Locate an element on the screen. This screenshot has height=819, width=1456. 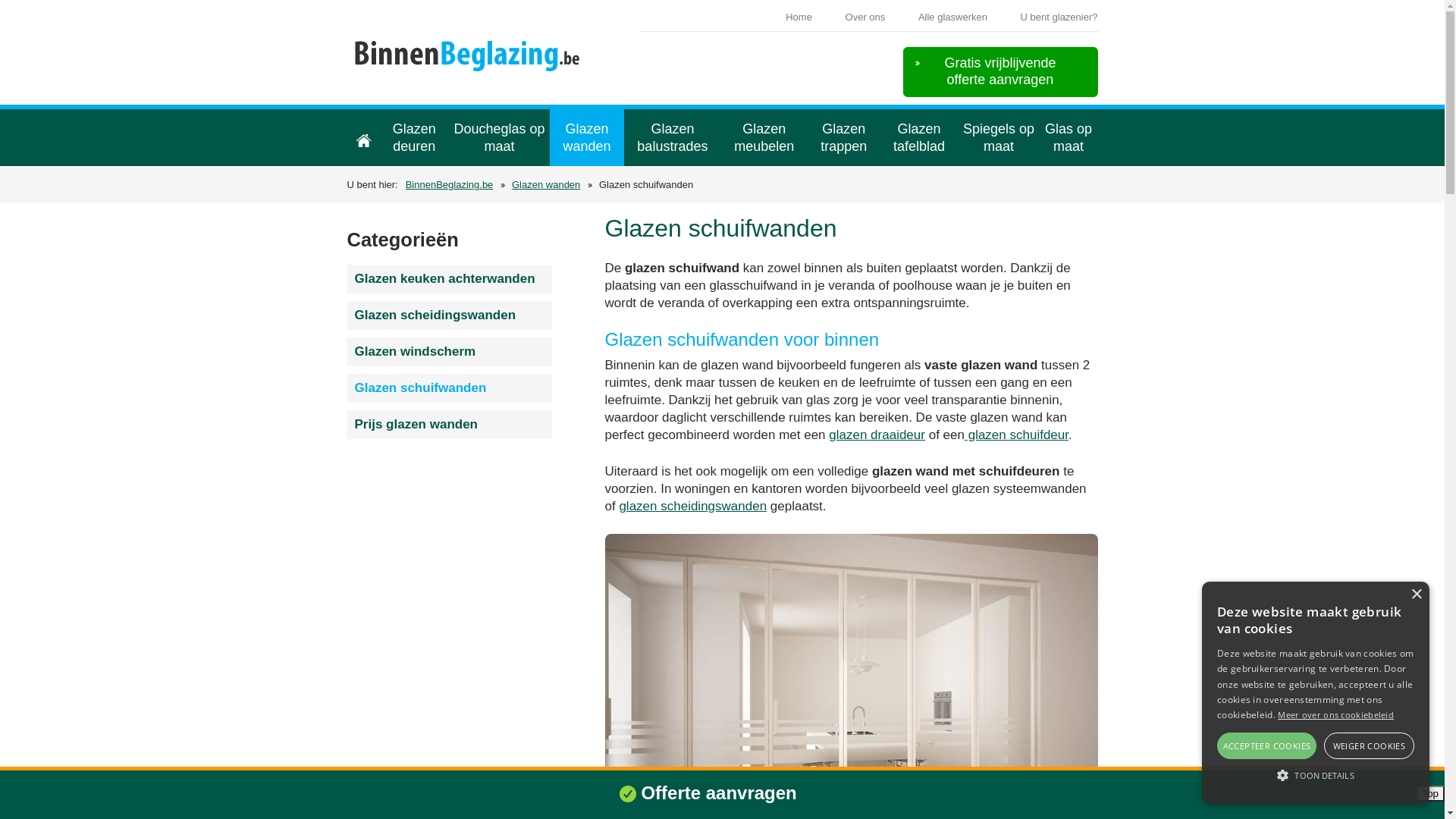
'Top' is located at coordinates (1429, 792).